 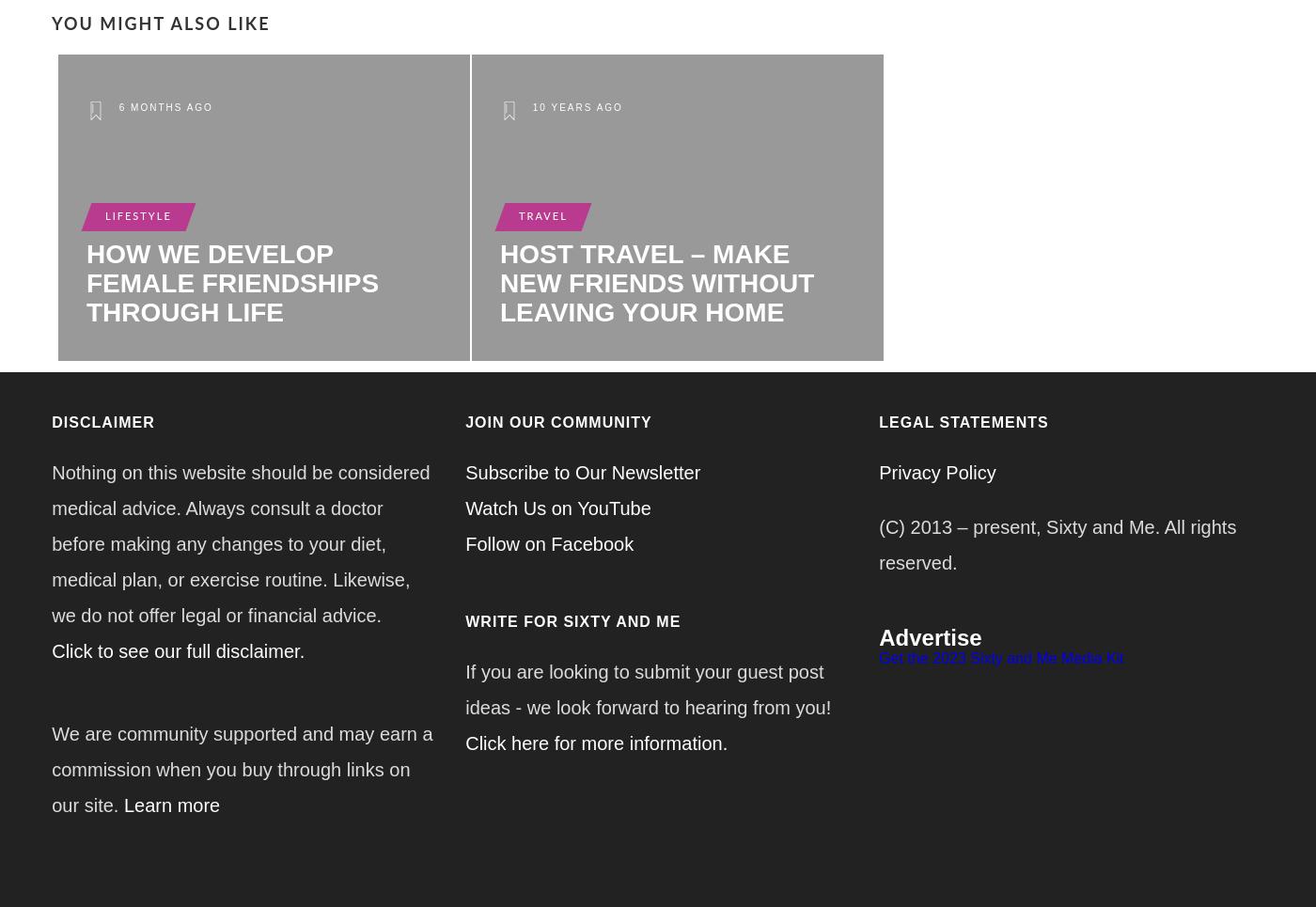 What do you see at coordinates (231, 281) in the screenshot?
I see `'How We Develop Female Friendships Through Life'` at bounding box center [231, 281].